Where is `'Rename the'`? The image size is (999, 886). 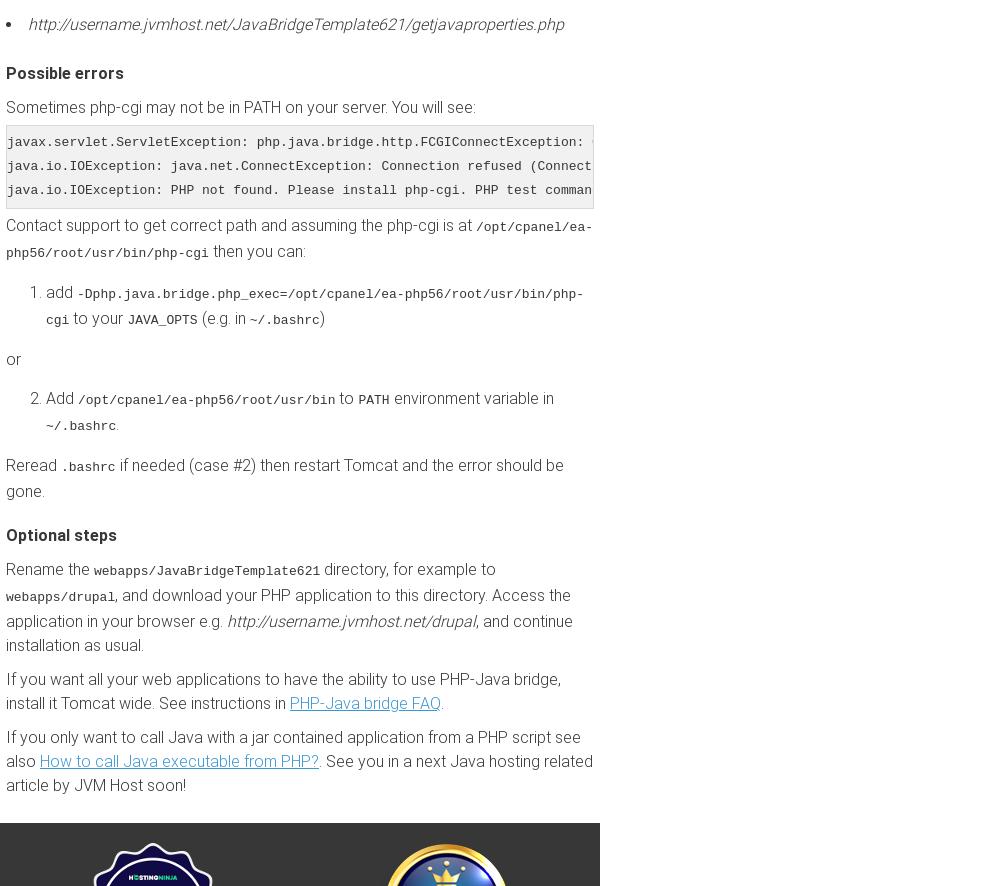
'Rename the' is located at coordinates (50, 569).